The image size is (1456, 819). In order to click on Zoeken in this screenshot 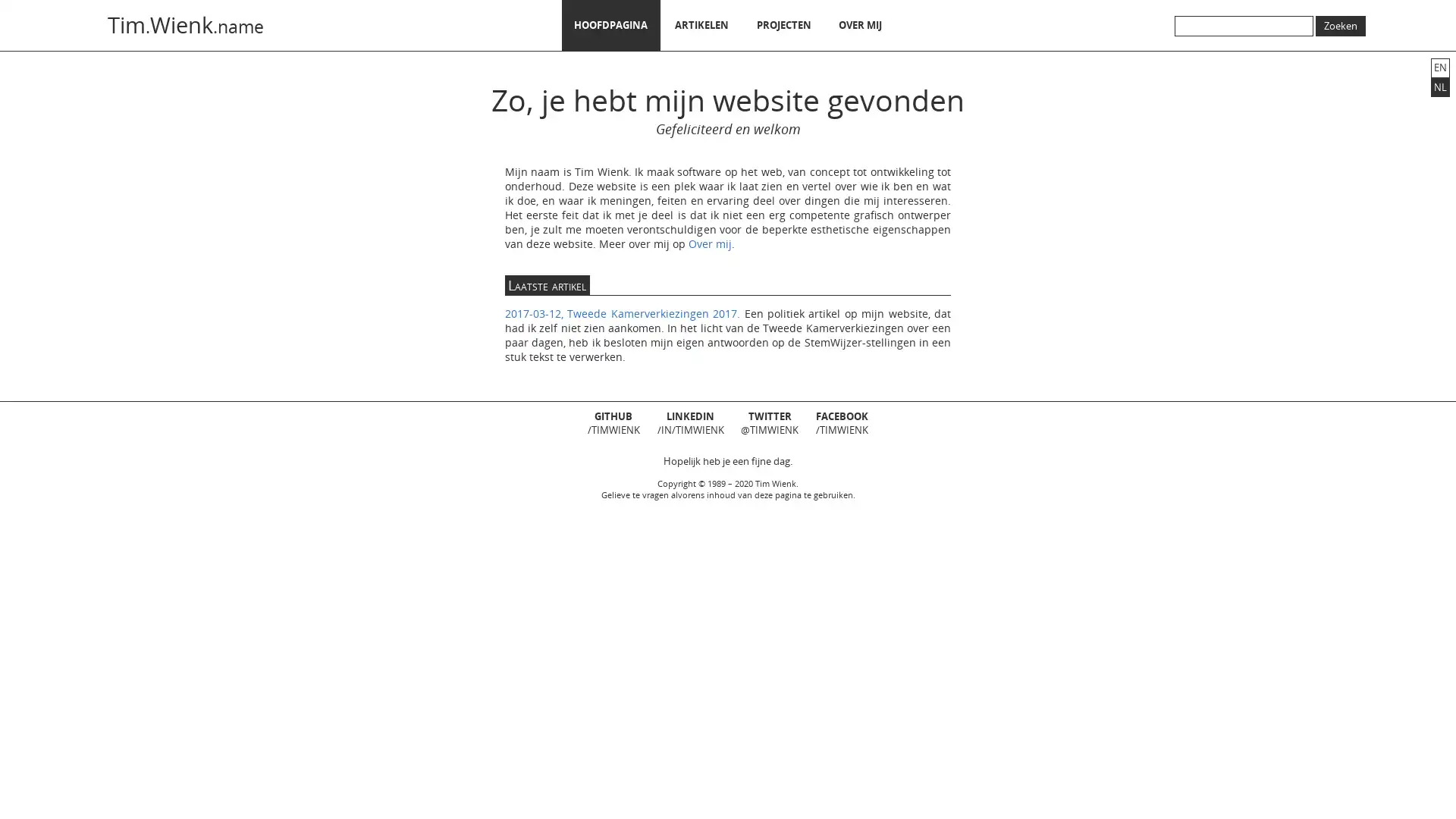, I will do `click(1340, 26)`.